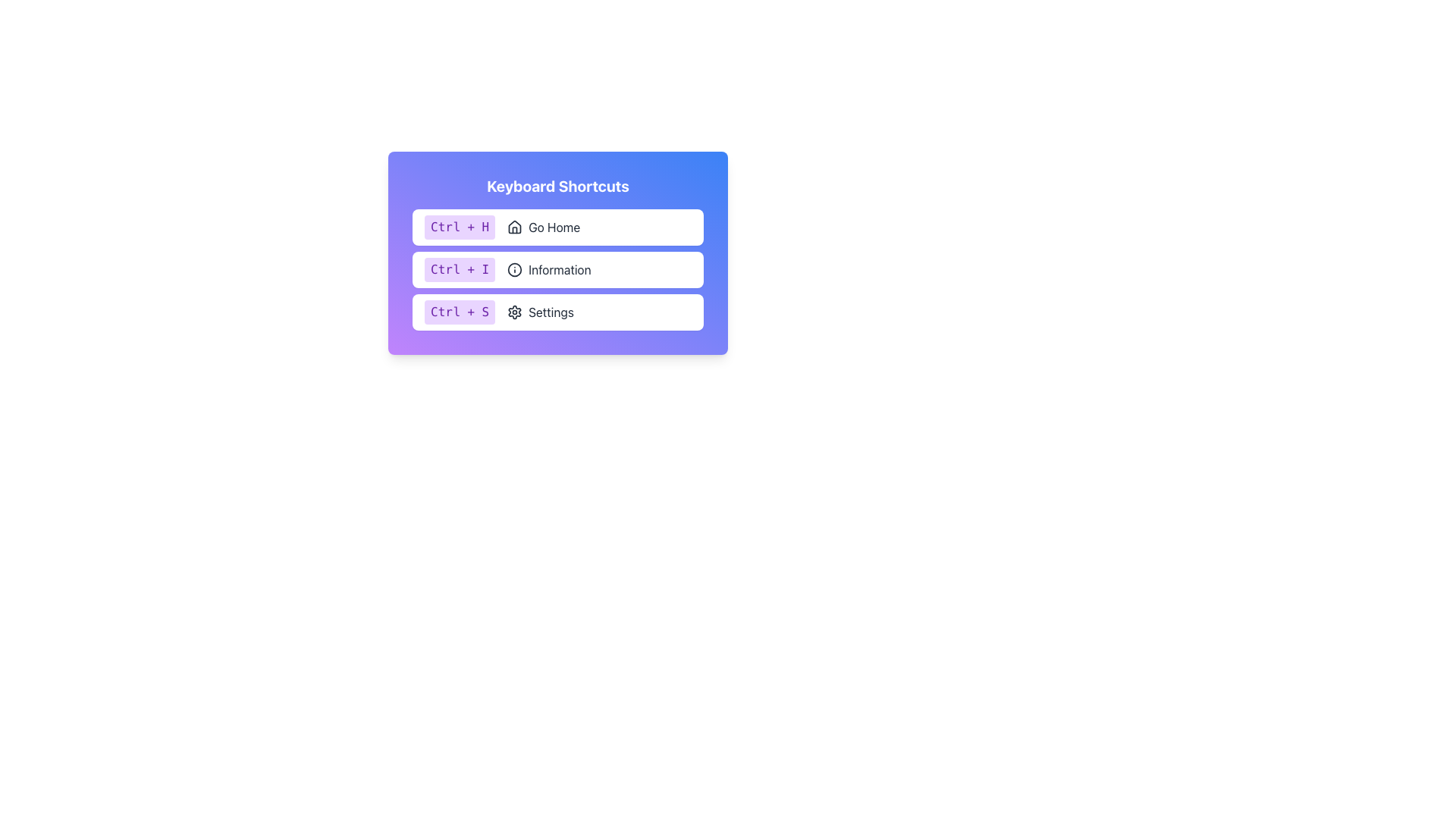 This screenshot has width=1456, height=819. What do you see at coordinates (515, 312) in the screenshot?
I see `the 'Settings' icon located in the third row of the 'Keyboard Shortcuts' section, next to the text labeled 'Settings'` at bounding box center [515, 312].